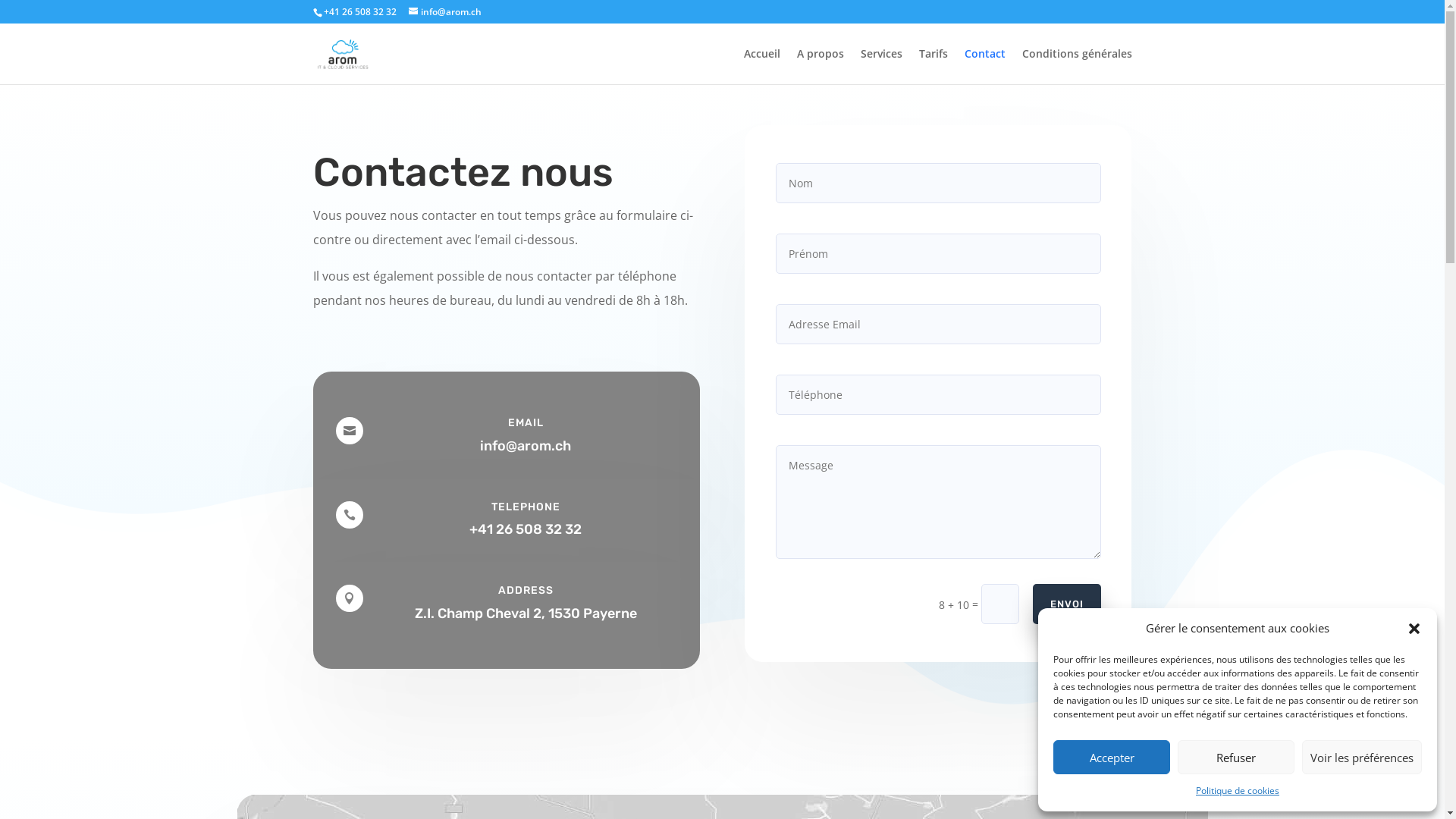  What do you see at coordinates (1238, 789) in the screenshot?
I see `'Politique de cookies'` at bounding box center [1238, 789].